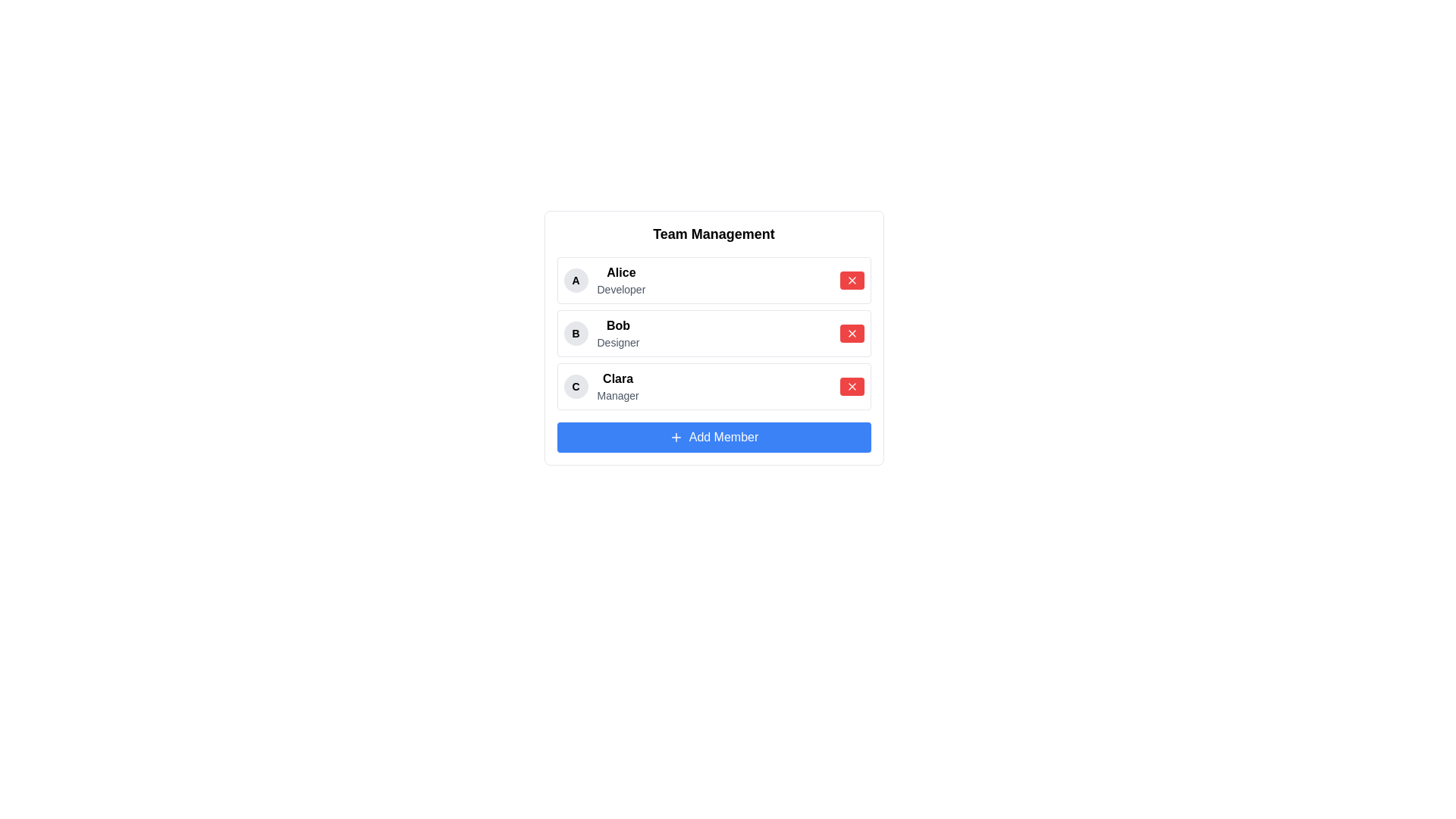 This screenshot has height=819, width=1456. What do you see at coordinates (675, 438) in the screenshot?
I see `the 'Add Member' button, which is a blue rounded rectangle with a '+' icon and text` at bounding box center [675, 438].